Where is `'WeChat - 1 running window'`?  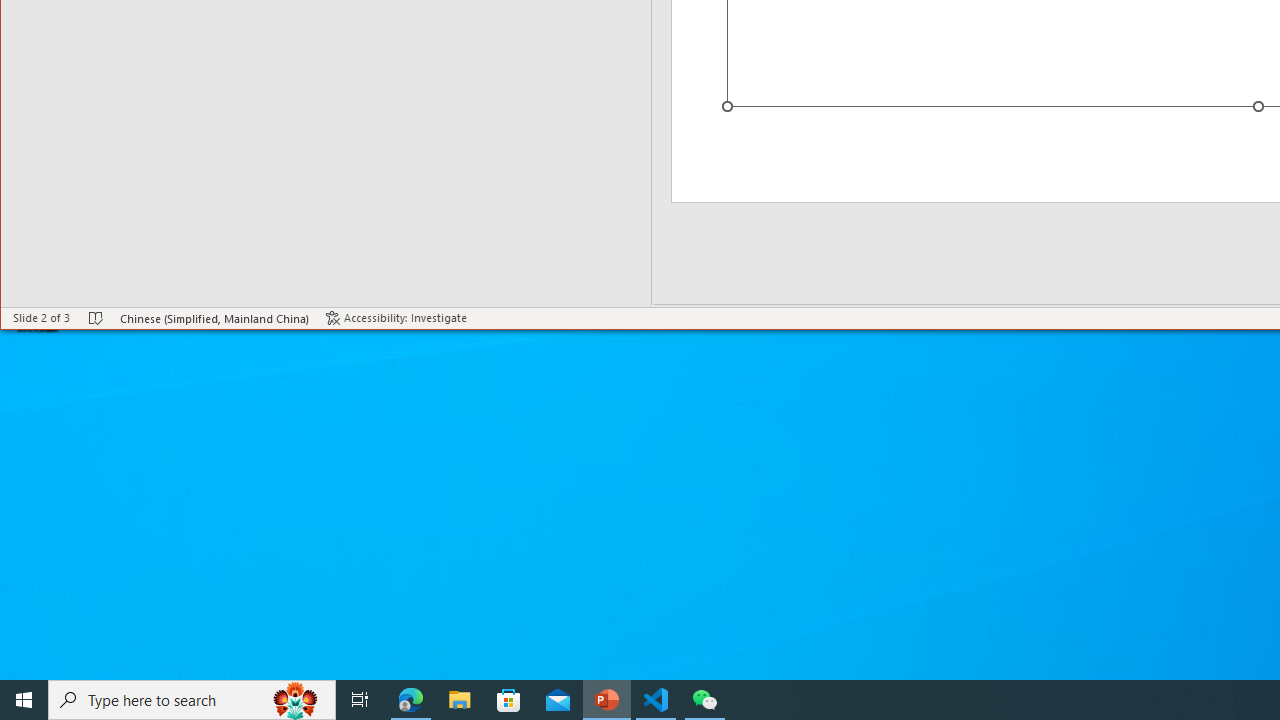 'WeChat - 1 running window' is located at coordinates (705, 698).